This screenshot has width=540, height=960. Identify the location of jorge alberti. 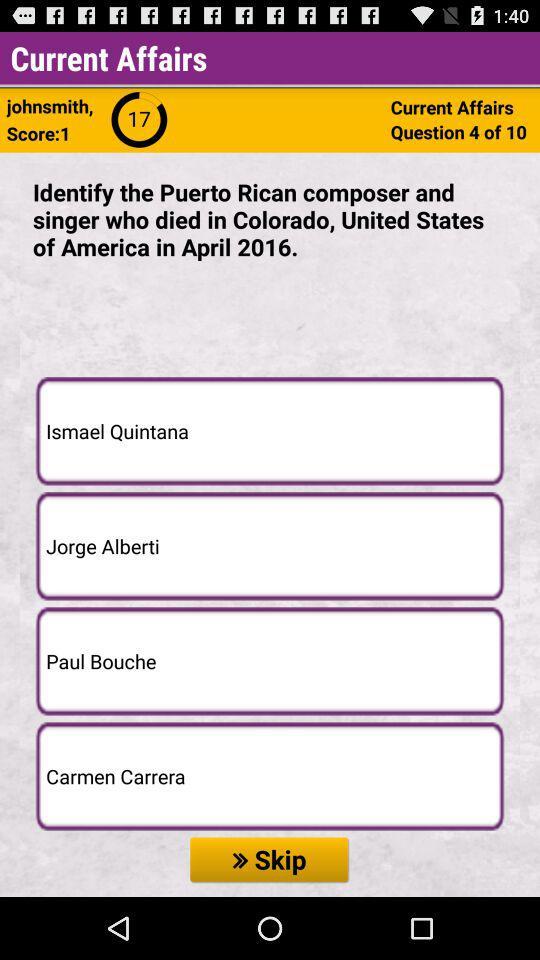
(270, 546).